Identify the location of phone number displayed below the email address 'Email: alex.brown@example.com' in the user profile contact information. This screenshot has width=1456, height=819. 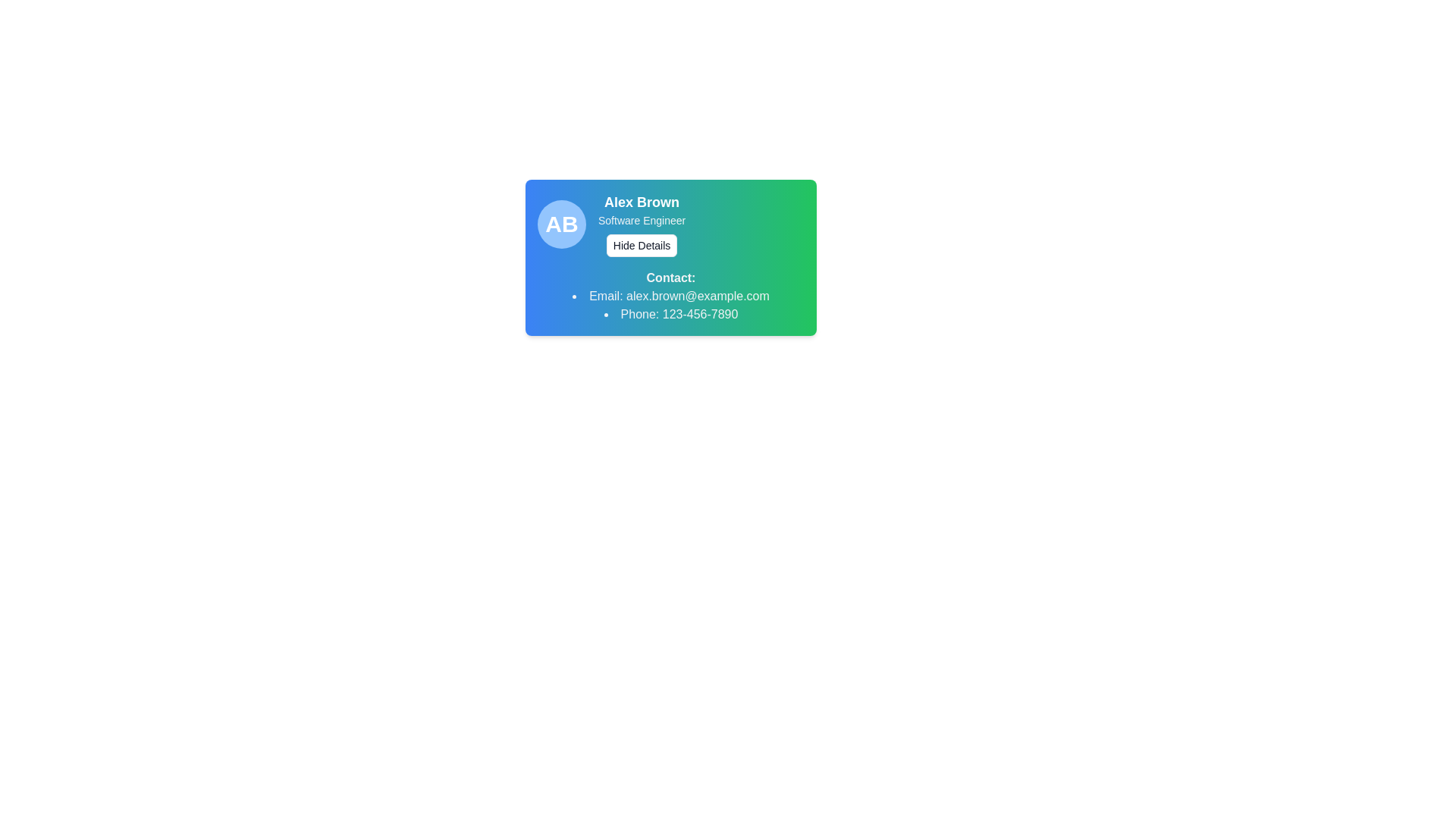
(670, 314).